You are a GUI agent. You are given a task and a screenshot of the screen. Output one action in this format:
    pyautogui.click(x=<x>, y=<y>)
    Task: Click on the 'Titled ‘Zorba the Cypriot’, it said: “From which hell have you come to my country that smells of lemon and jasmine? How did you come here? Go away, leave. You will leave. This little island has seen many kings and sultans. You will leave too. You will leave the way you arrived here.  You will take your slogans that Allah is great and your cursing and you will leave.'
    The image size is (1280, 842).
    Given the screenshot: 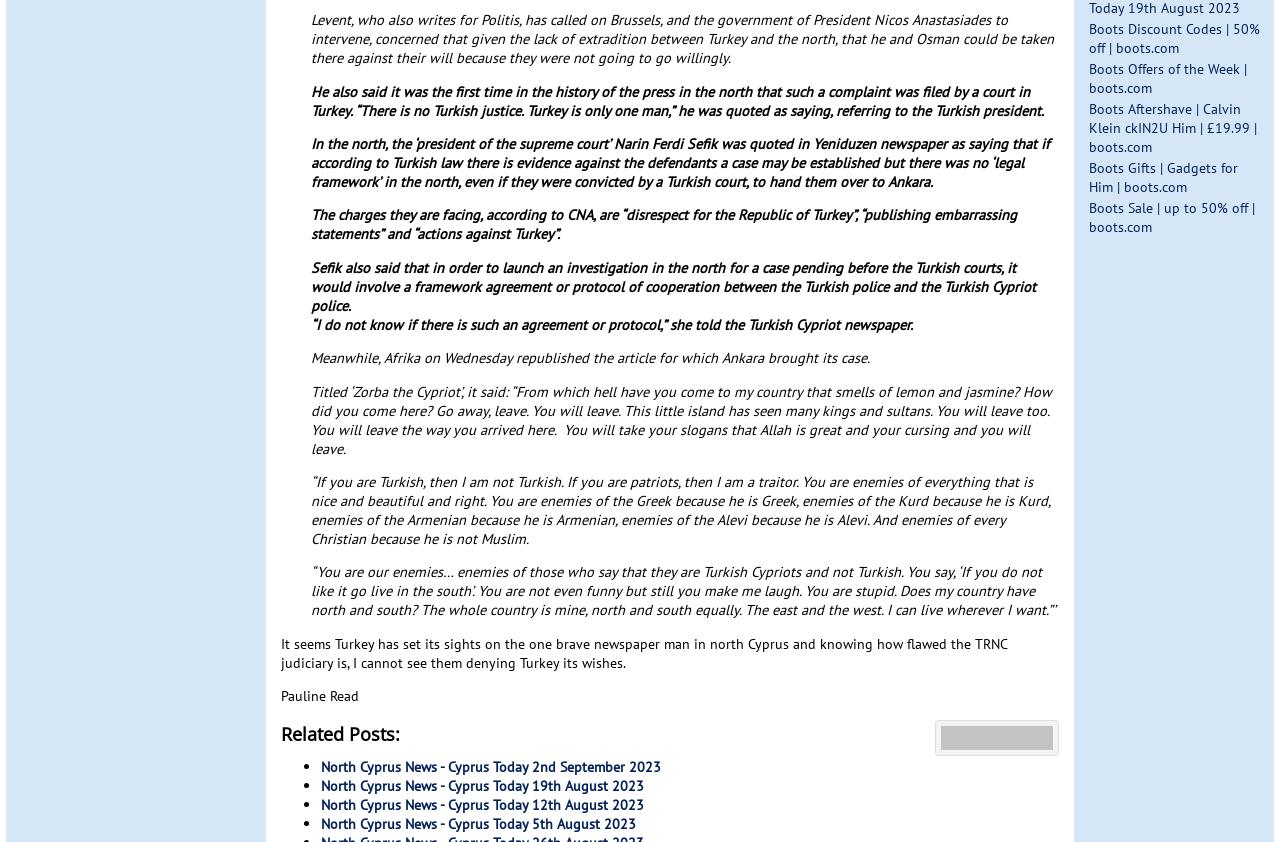 What is the action you would take?
    pyautogui.click(x=310, y=418)
    